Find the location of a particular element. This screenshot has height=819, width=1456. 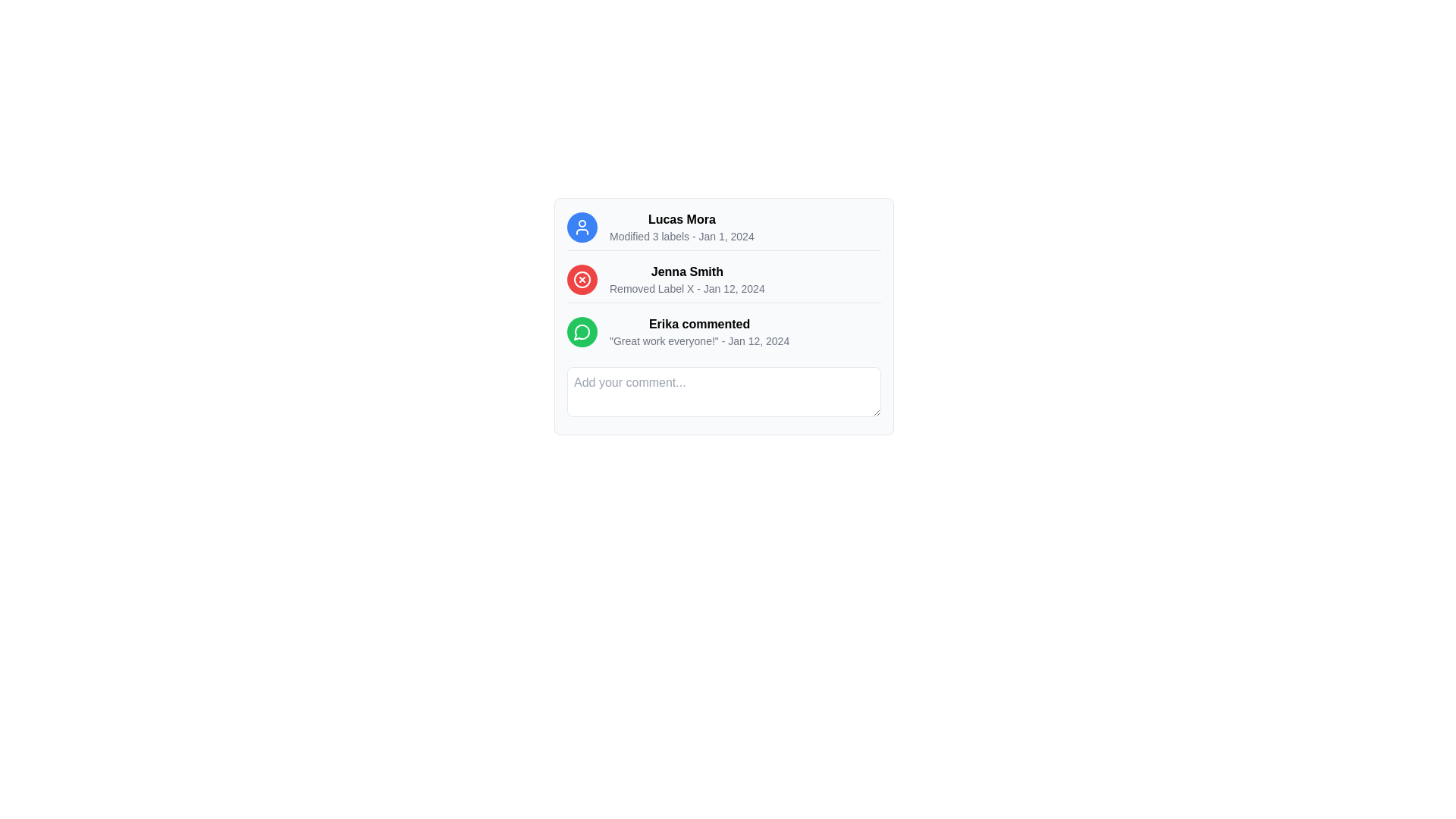

the comment icon that represents the action made by 'Erika', which is located to the left of the text 'Erika commented' is located at coordinates (582, 331).